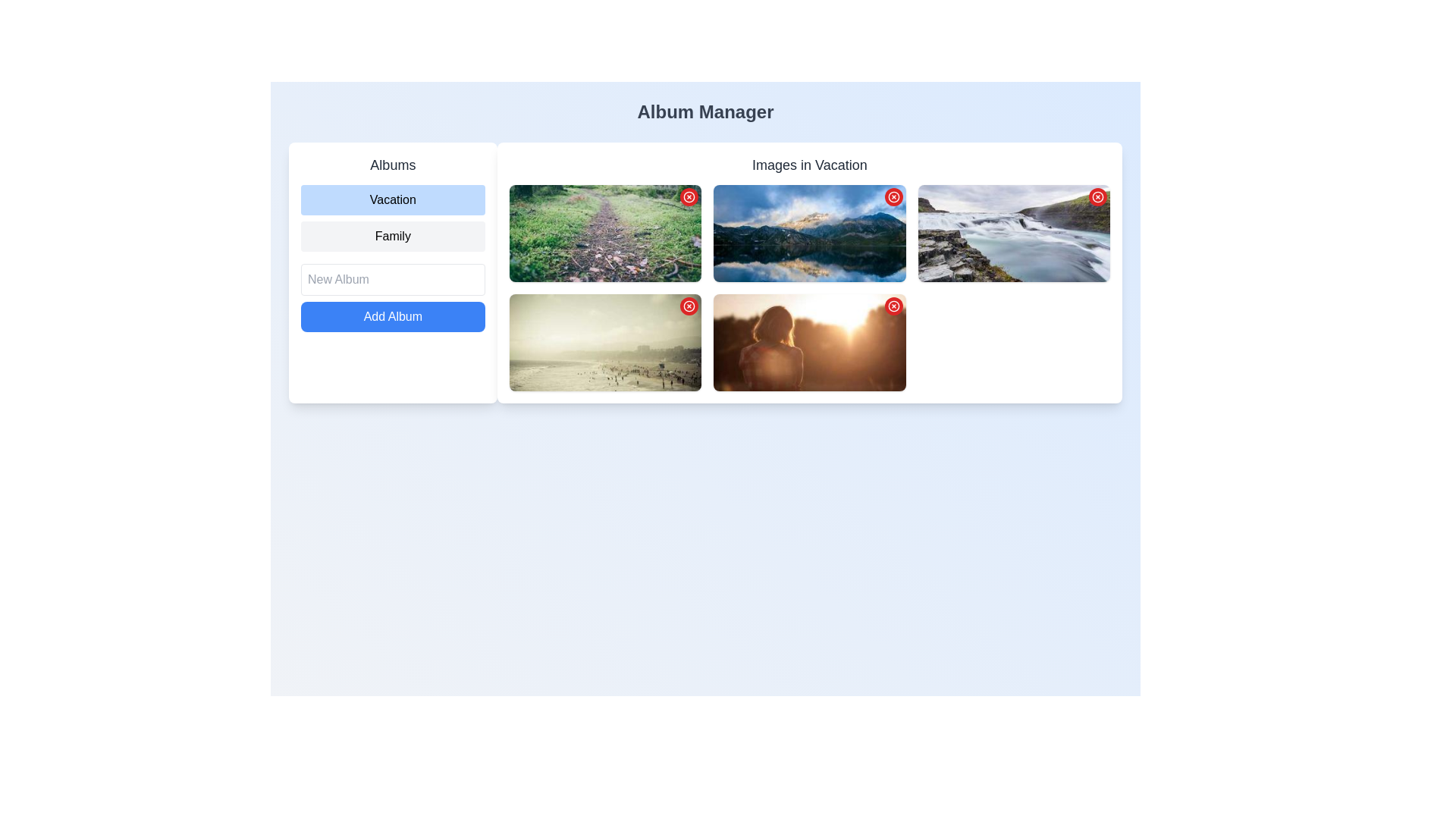 This screenshot has height=819, width=1456. What do you see at coordinates (808, 342) in the screenshot?
I see `the image displaying a scene of a person facing the sun with a warm, backlit glow, located` at bounding box center [808, 342].